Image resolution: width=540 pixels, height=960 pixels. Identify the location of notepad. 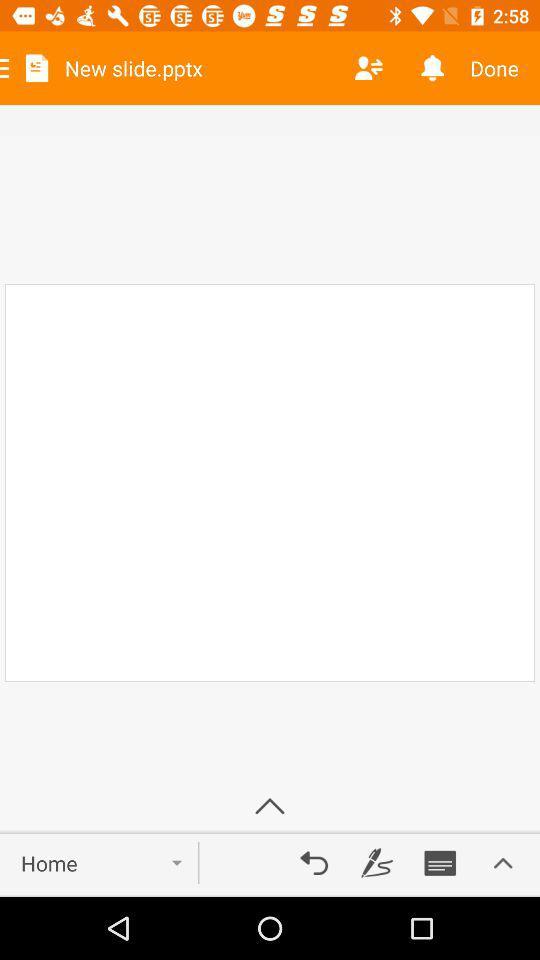
(440, 862).